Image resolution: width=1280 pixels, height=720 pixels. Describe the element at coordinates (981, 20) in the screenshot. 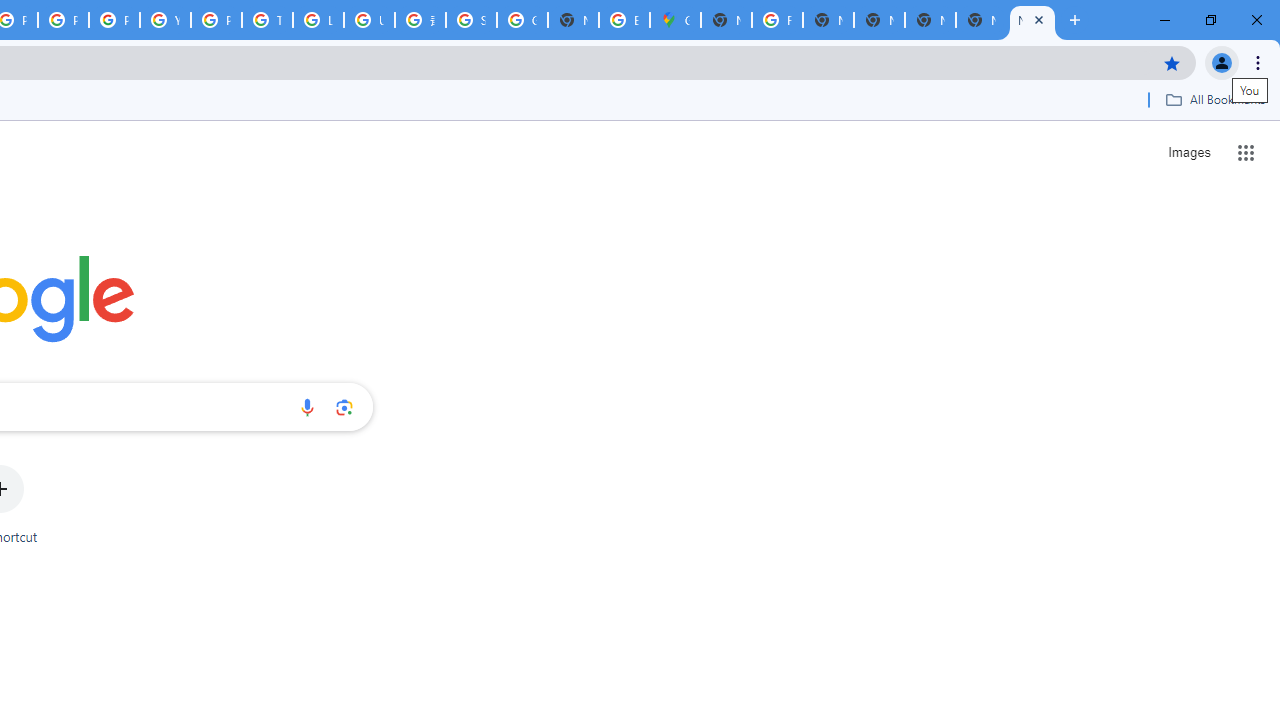

I see `'New Tab'` at that location.